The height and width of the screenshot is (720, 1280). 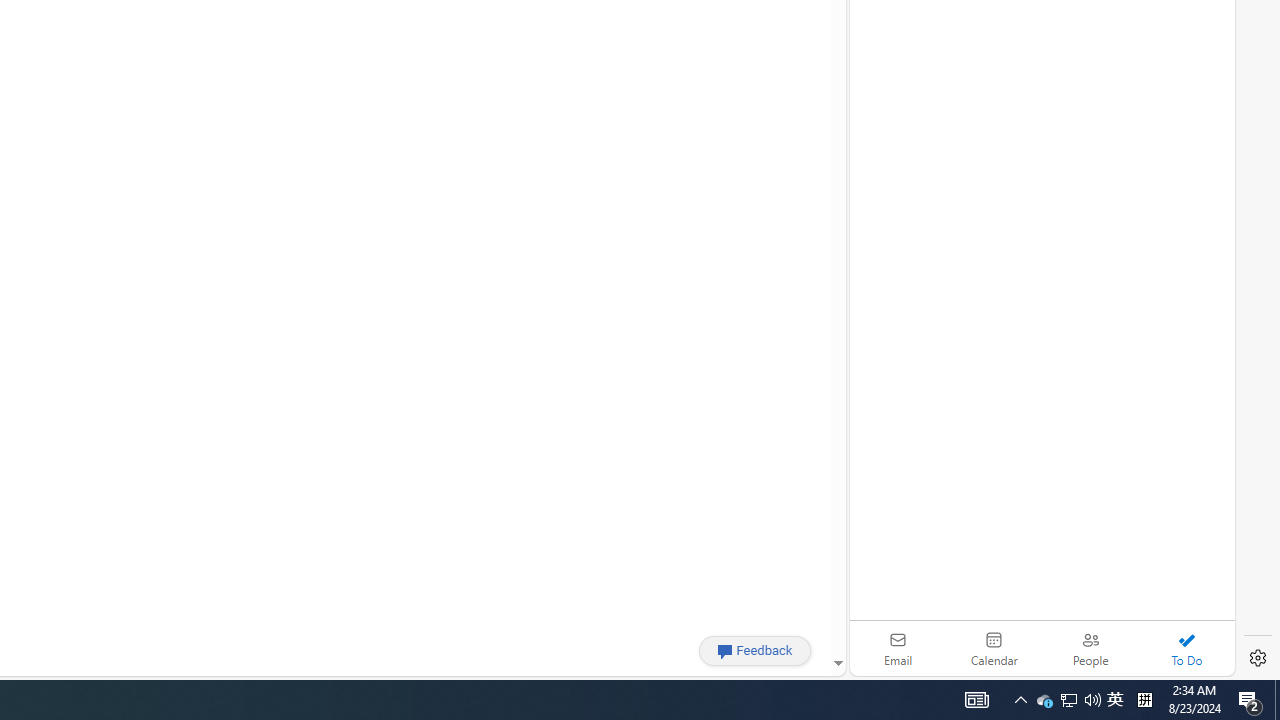 What do you see at coordinates (994, 648) in the screenshot?
I see `'Calendar. Date today is 22'` at bounding box center [994, 648].